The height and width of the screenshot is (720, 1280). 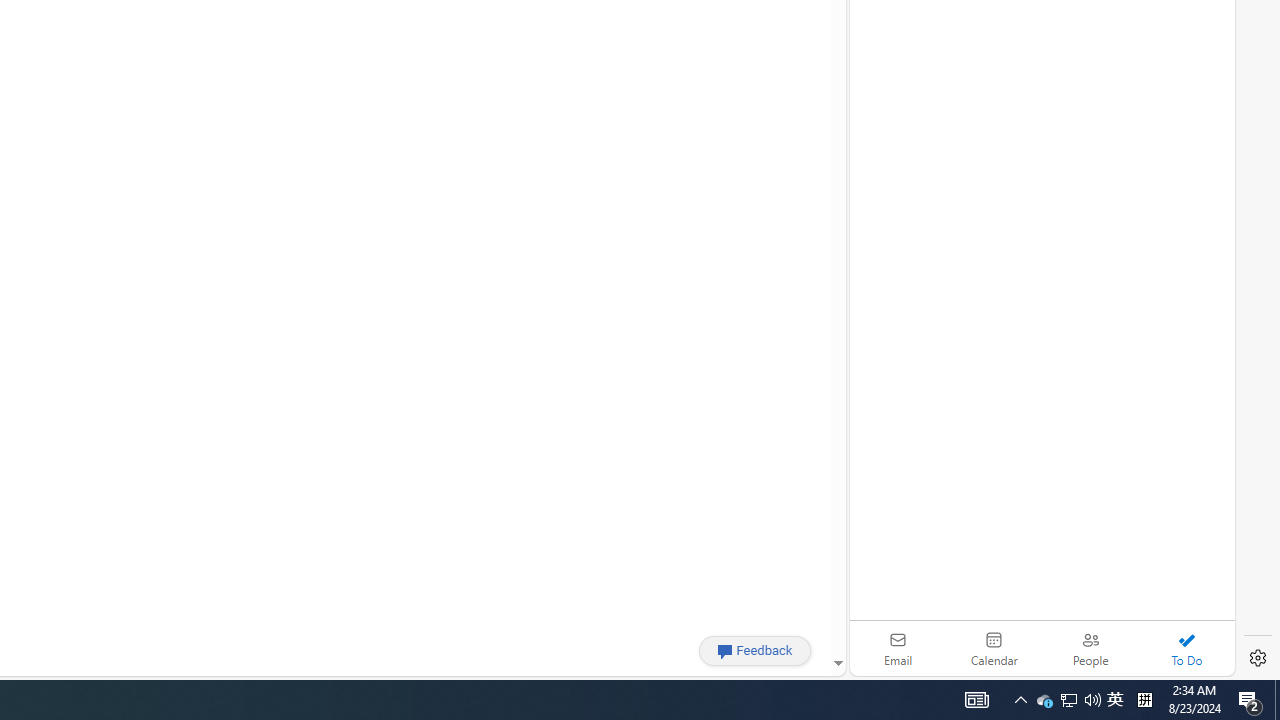 What do you see at coordinates (994, 648) in the screenshot?
I see `'Calendar. Date today is 22'` at bounding box center [994, 648].